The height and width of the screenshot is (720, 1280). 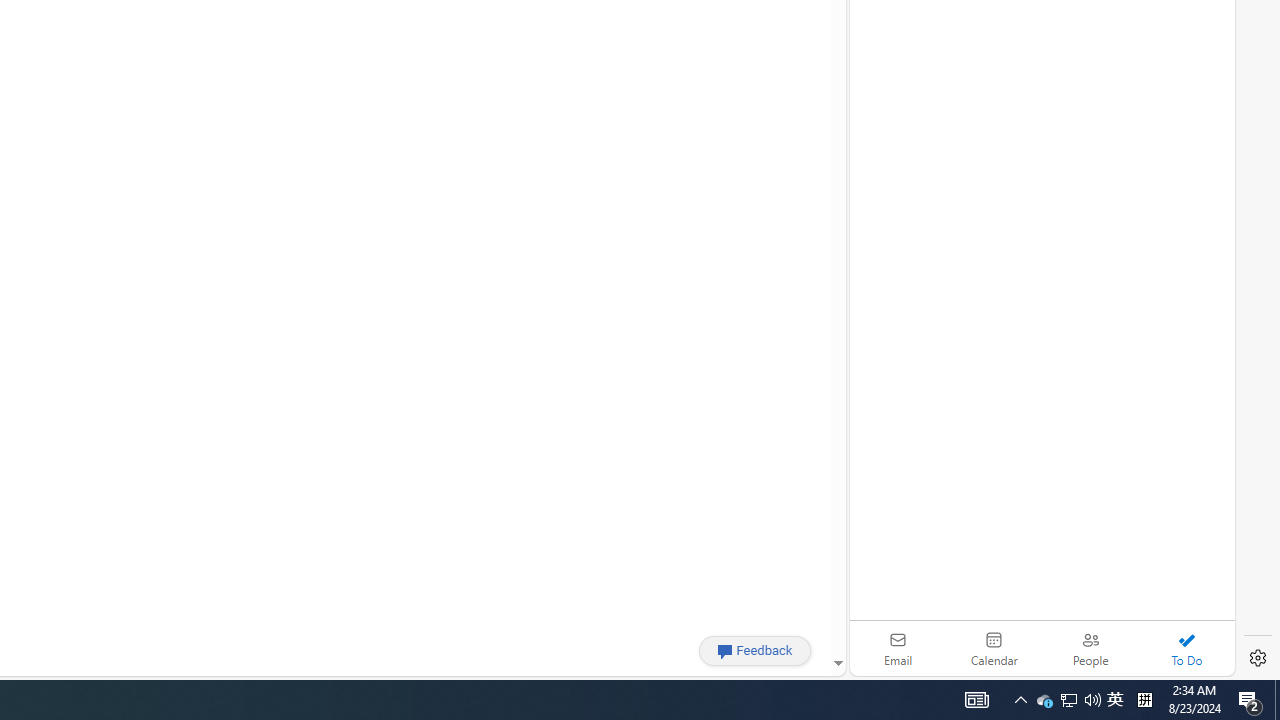 What do you see at coordinates (994, 648) in the screenshot?
I see `'Calendar. Date today is 22'` at bounding box center [994, 648].